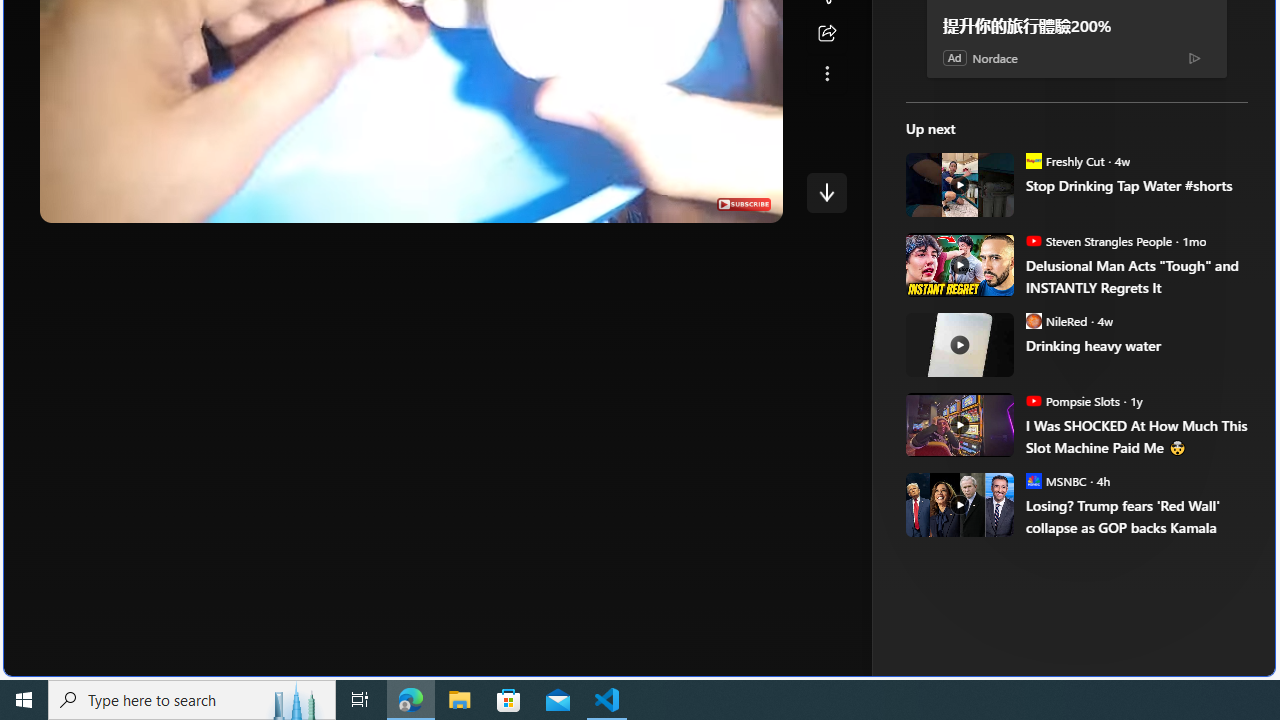  What do you see at coordinates (1055, 319) in the screenshot?
I see `'NileRed NileRed'` at bounding box center [1055, 319].